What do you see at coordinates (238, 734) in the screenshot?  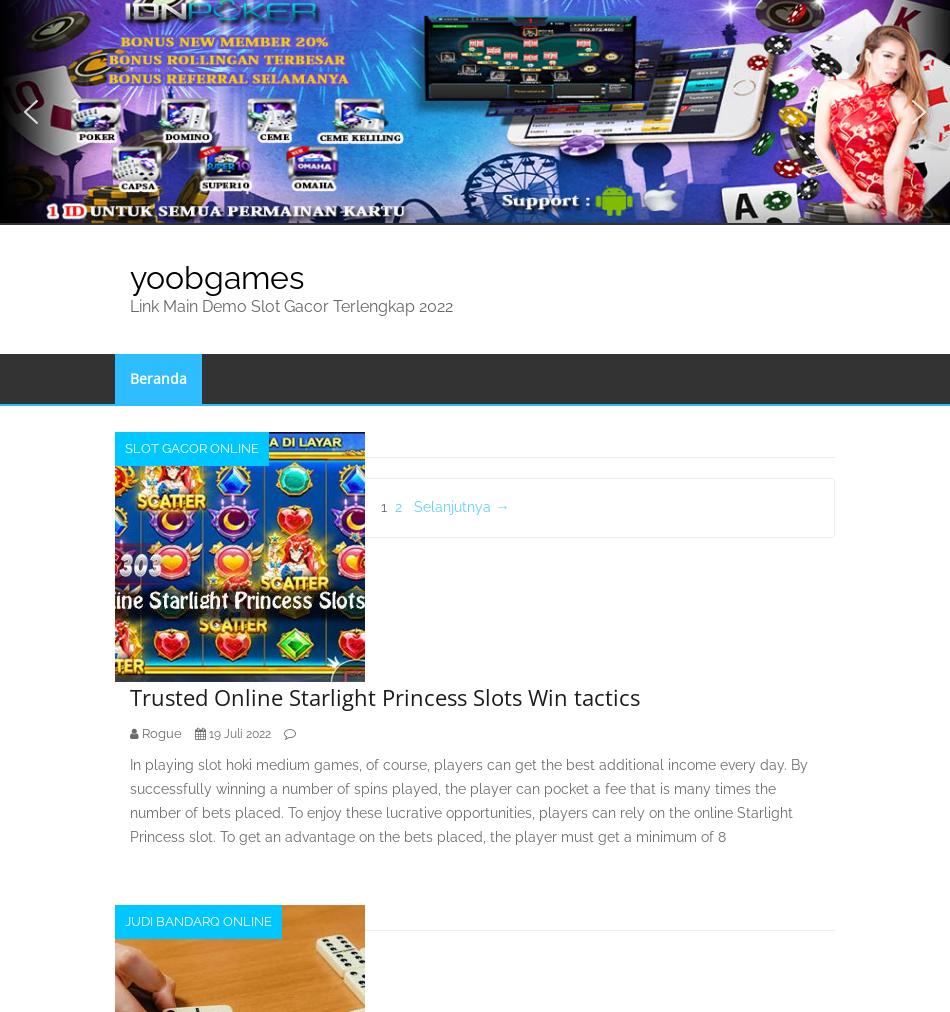 I see `'19 Juli 2022'` at bounding box center [238, 734].